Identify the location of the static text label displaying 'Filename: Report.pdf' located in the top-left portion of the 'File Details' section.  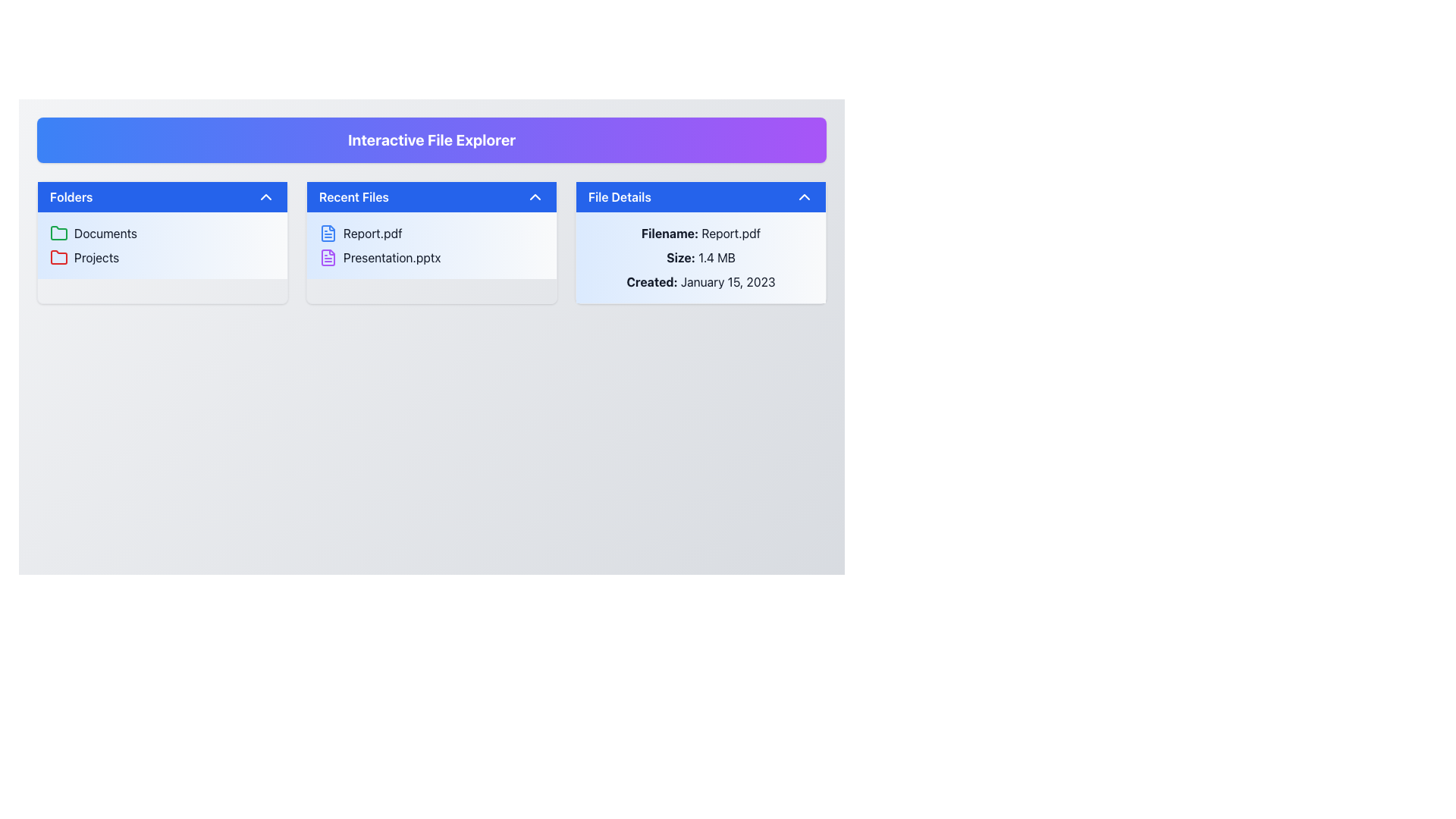
(700, 234).